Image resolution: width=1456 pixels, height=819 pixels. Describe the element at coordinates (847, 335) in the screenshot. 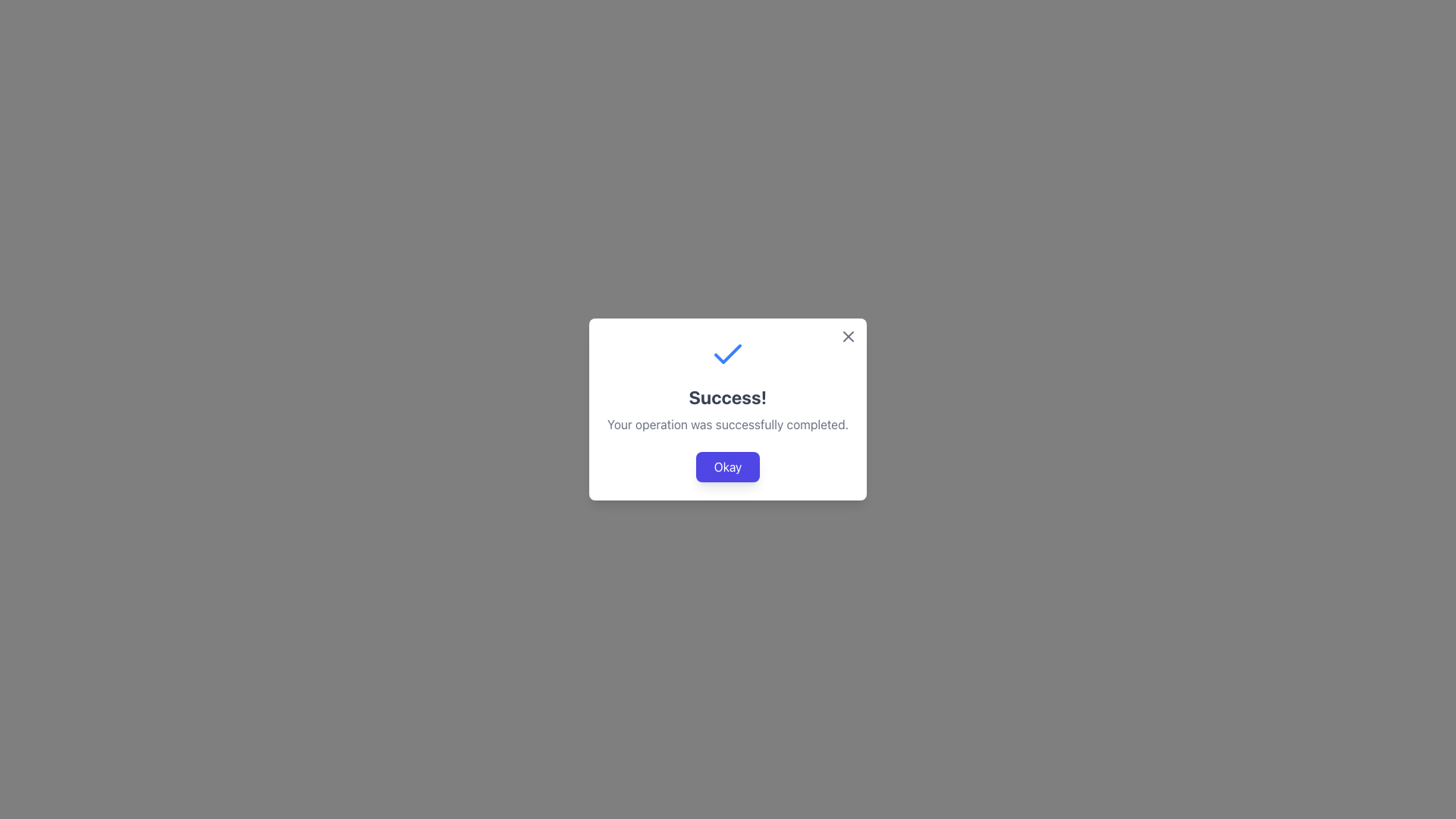

I see `the Close button represented as a small cross ('x') icon in the top-right corner of the modal box` at that location.